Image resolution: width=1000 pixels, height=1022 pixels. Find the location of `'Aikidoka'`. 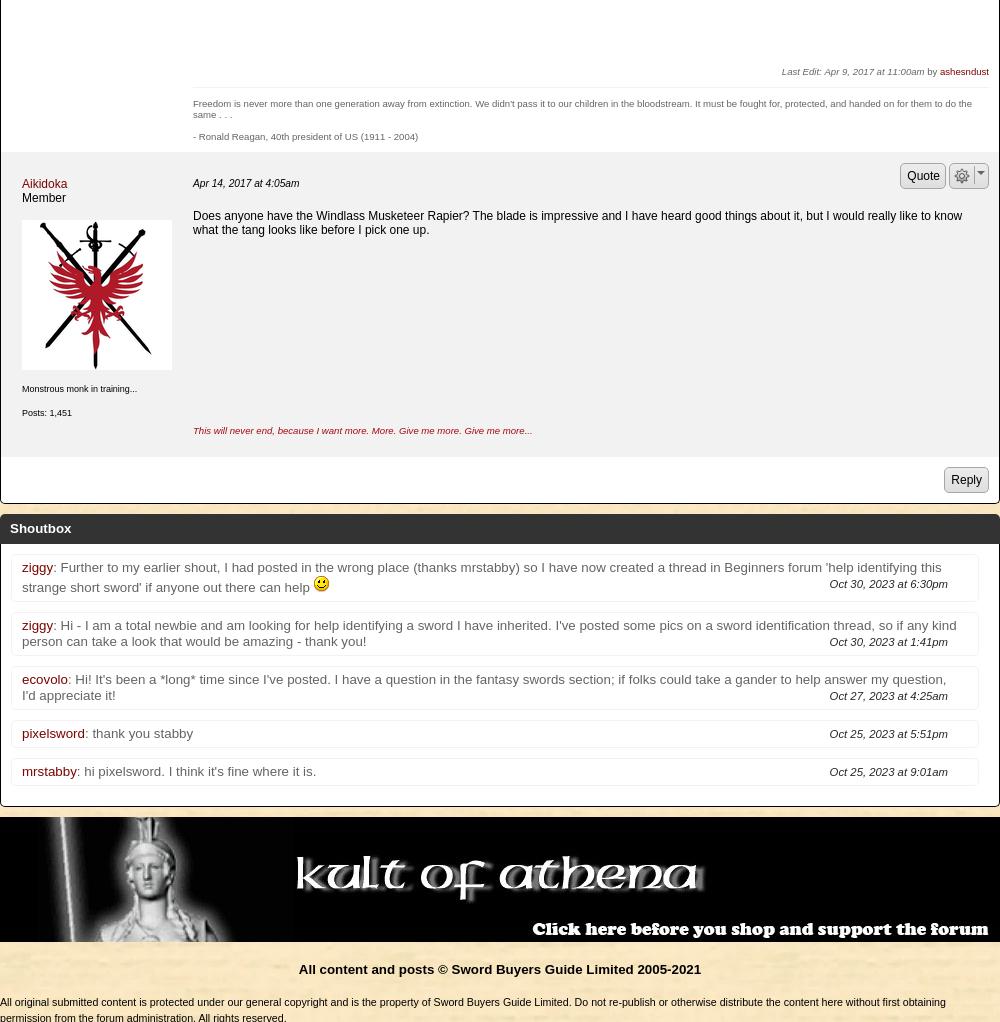

'Aikidoka' is located at coordinates (22, 182).